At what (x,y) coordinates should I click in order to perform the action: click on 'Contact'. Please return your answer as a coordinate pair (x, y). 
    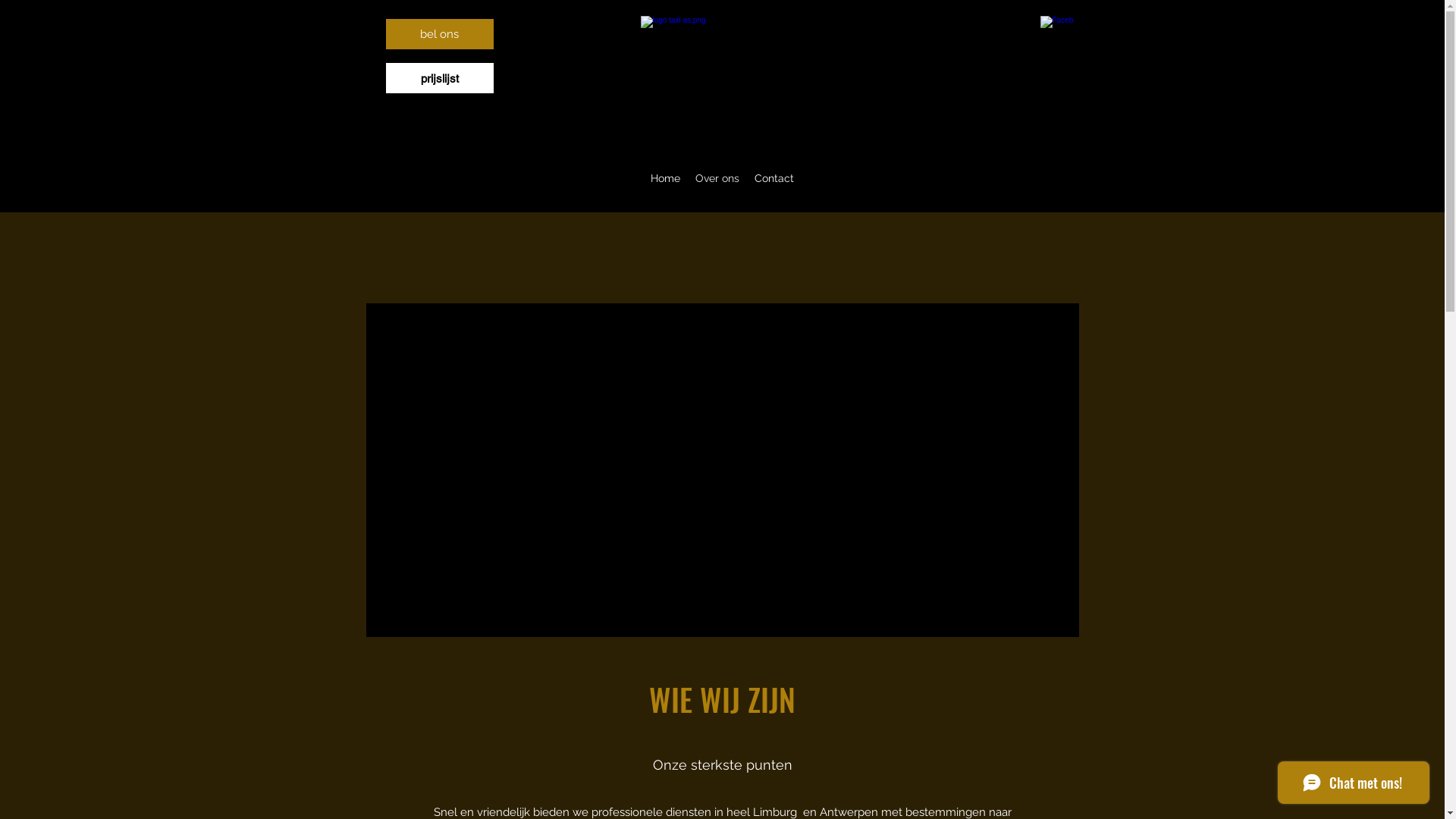
    Looking at the image, I should click on (746, 177).